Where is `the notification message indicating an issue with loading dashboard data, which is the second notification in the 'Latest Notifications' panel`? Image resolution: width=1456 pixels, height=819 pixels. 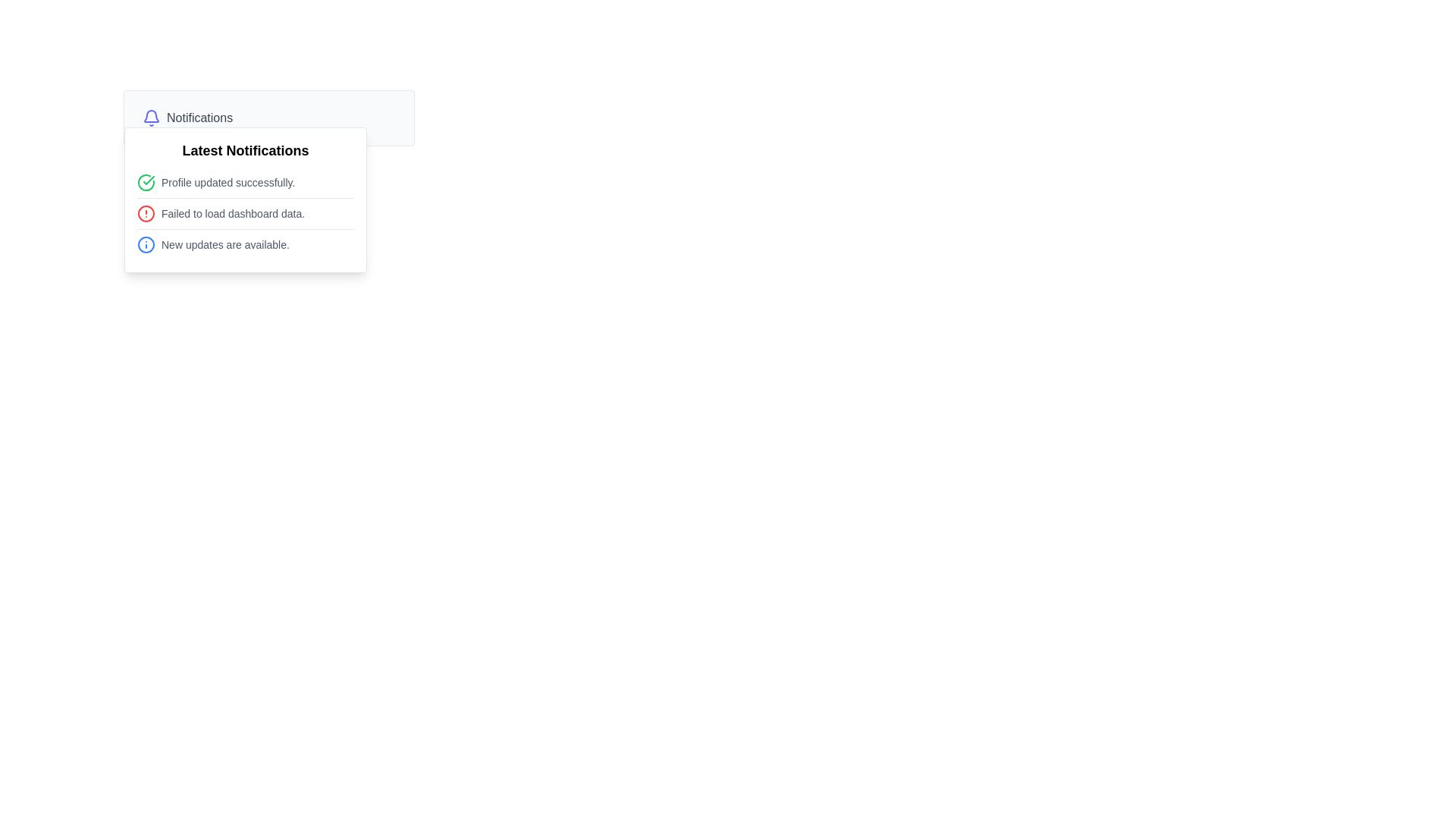 the notification message indicating an issue with loading dashboard data, which is the second notification in the 'Latest Notifications' panel is located at coordinates (232, 213).